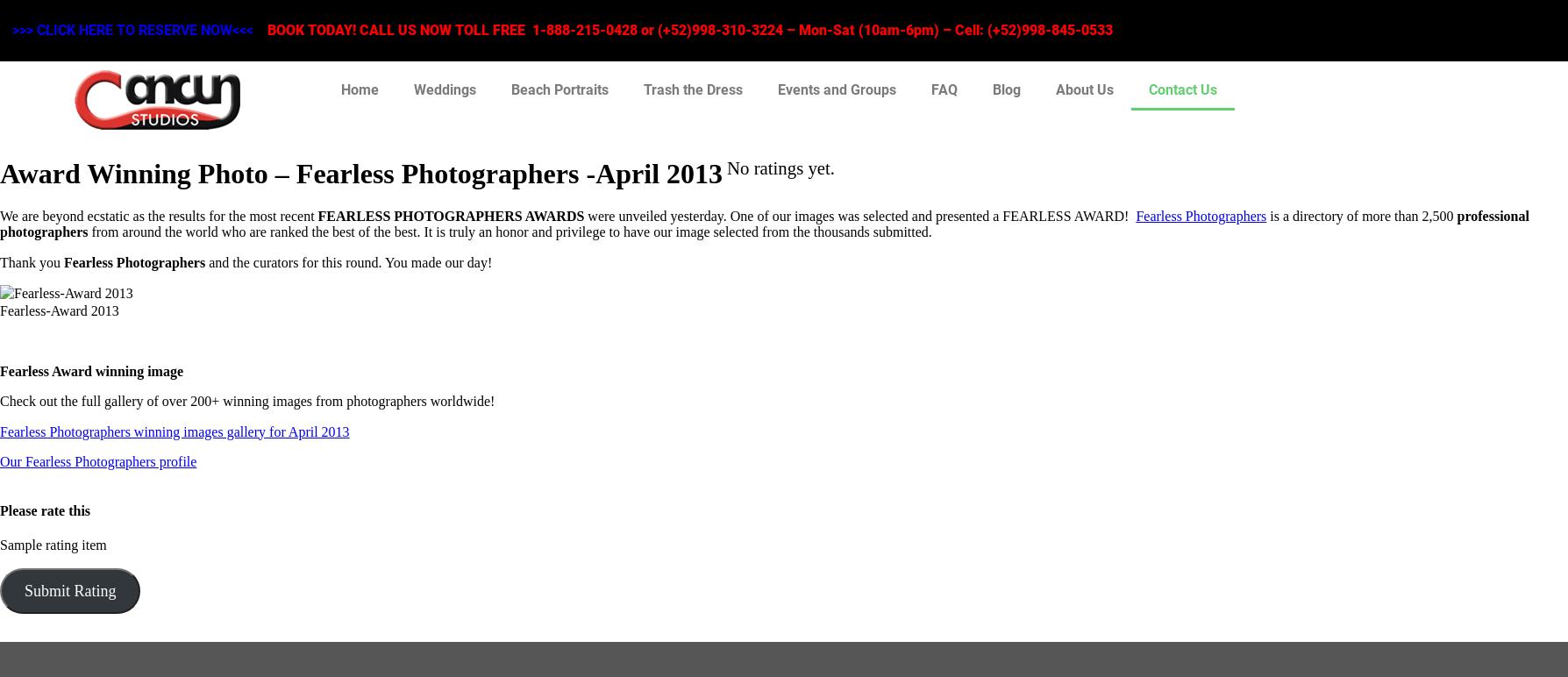  I want to click on 'No ratings yet.', so click(780, 166).